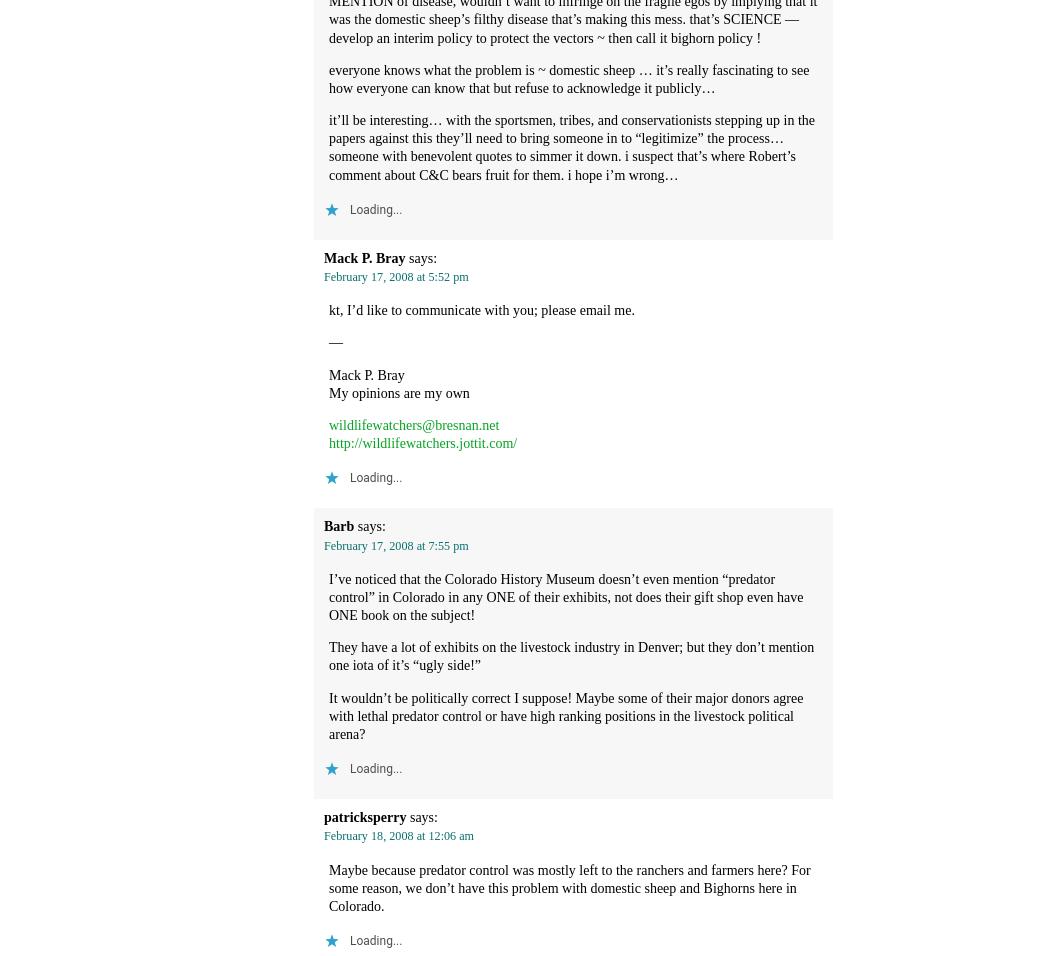  What do you see at coordinates (398, 835) in the screenshot?
I see `'February 18, 2008 at 12:06 am'` at bounding box center [398, 835].